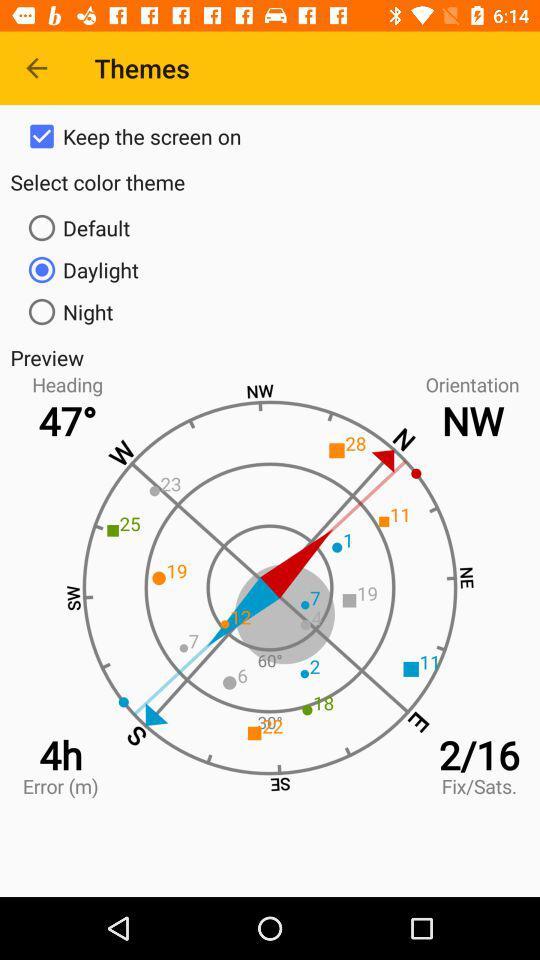  Describe the element at coordinates (36, 68) in the screenshot. I see `item to the left of the themes` at that location.